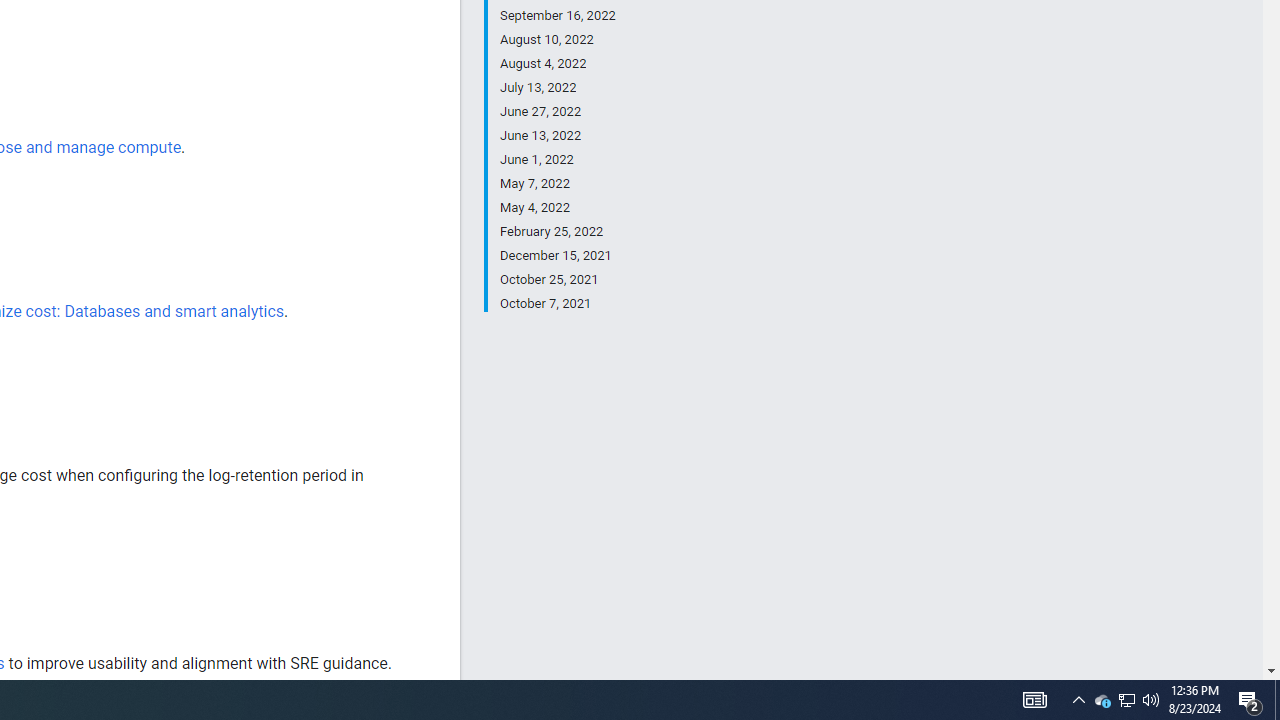  What do you see at coordinates (557, 254) in the screenshot?
I see `'December 15, 2021'` at bounding box center [557, 254].